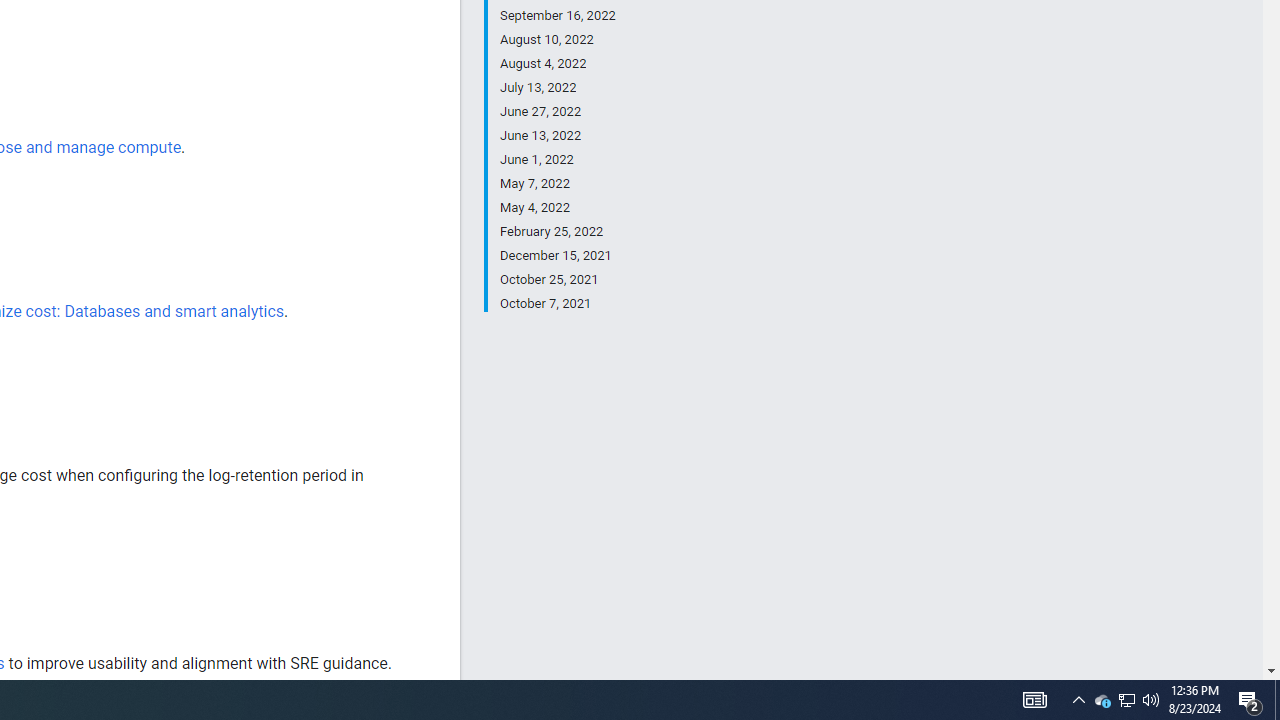  What do you see at coordinates (557, 254) in the screenshot?
I see `'December 15, 2021'` at bounding box center [557, 254].